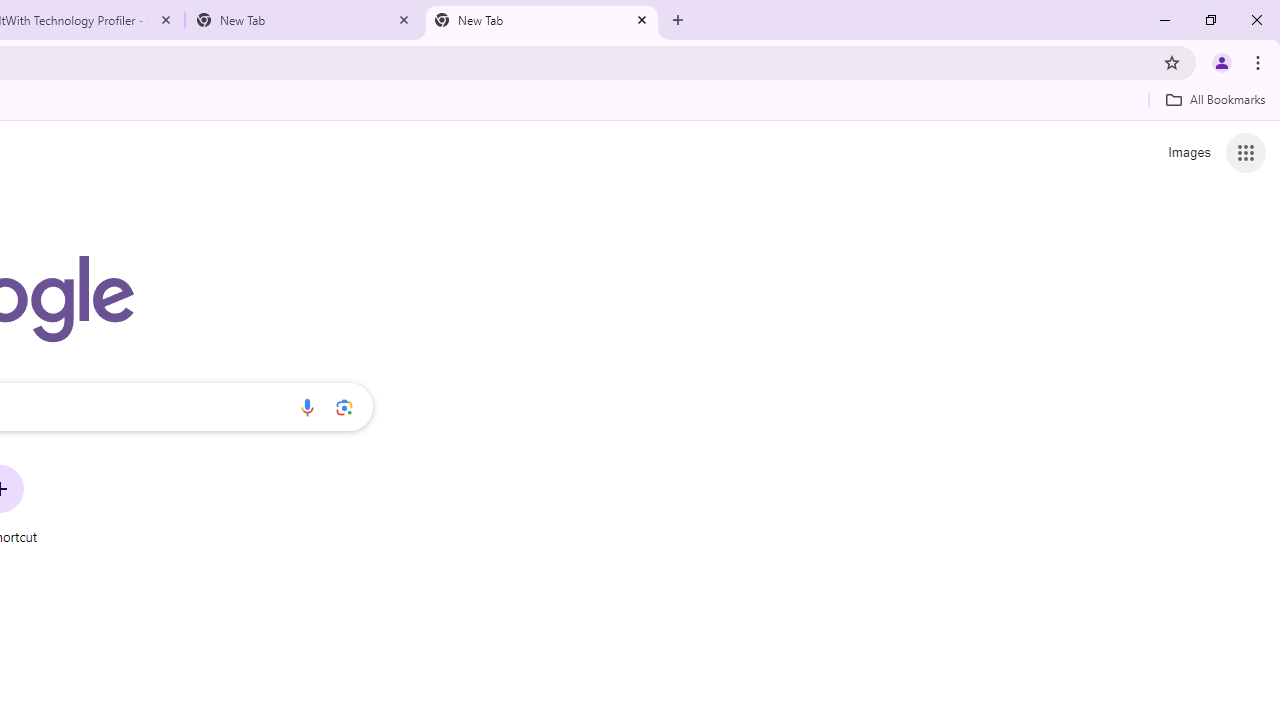 This screenshot has height=720, width=1280. What do you see at coordinates (303, 20) in the screenshot?
I see `'New Tab'` at bounding box center [303, 20].